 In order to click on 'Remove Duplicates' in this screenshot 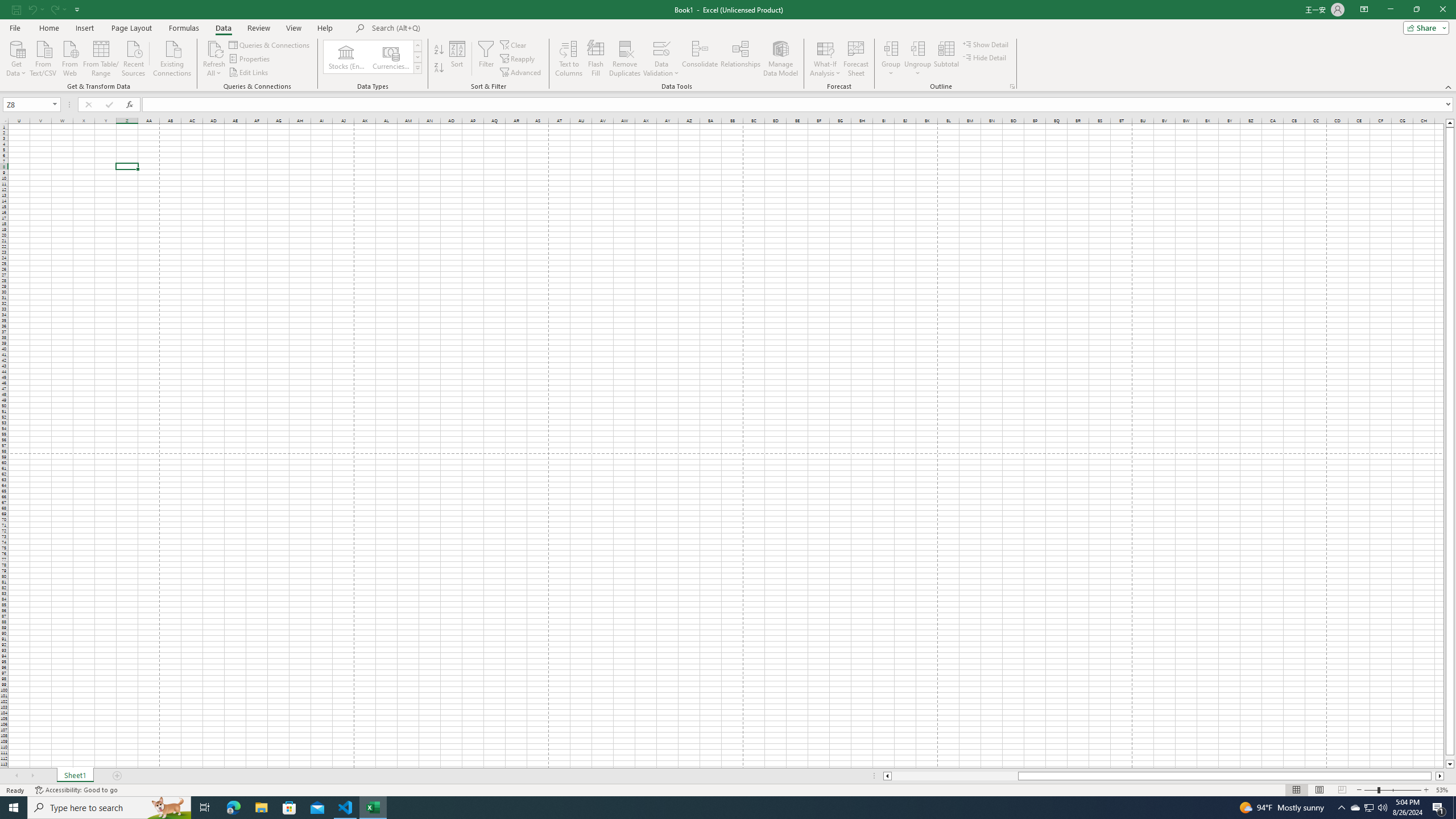, I will do `click(624, 59)`.